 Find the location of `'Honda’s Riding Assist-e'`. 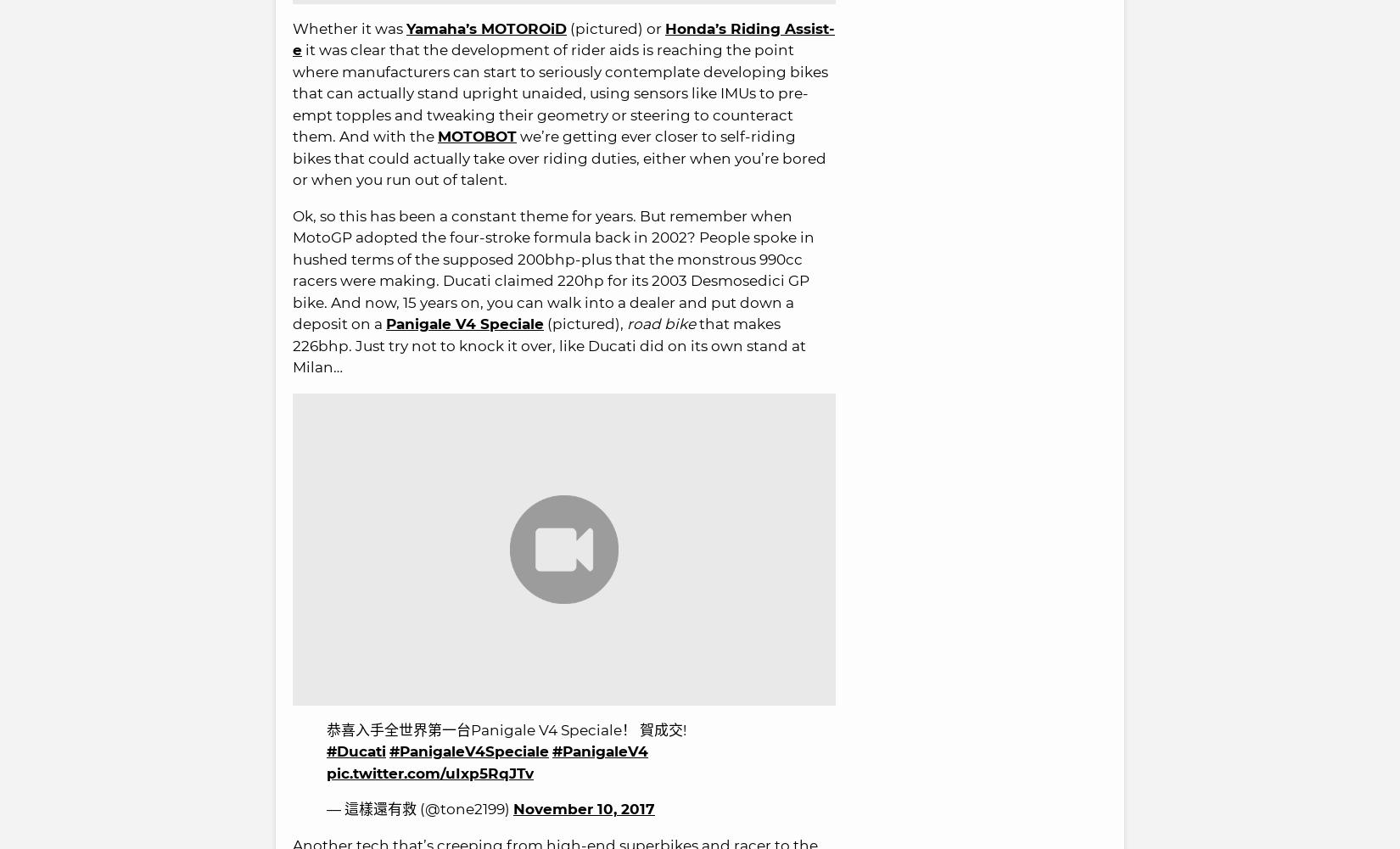

'Honda’s Riding Assist-e' is located at coordinates (563, 39).